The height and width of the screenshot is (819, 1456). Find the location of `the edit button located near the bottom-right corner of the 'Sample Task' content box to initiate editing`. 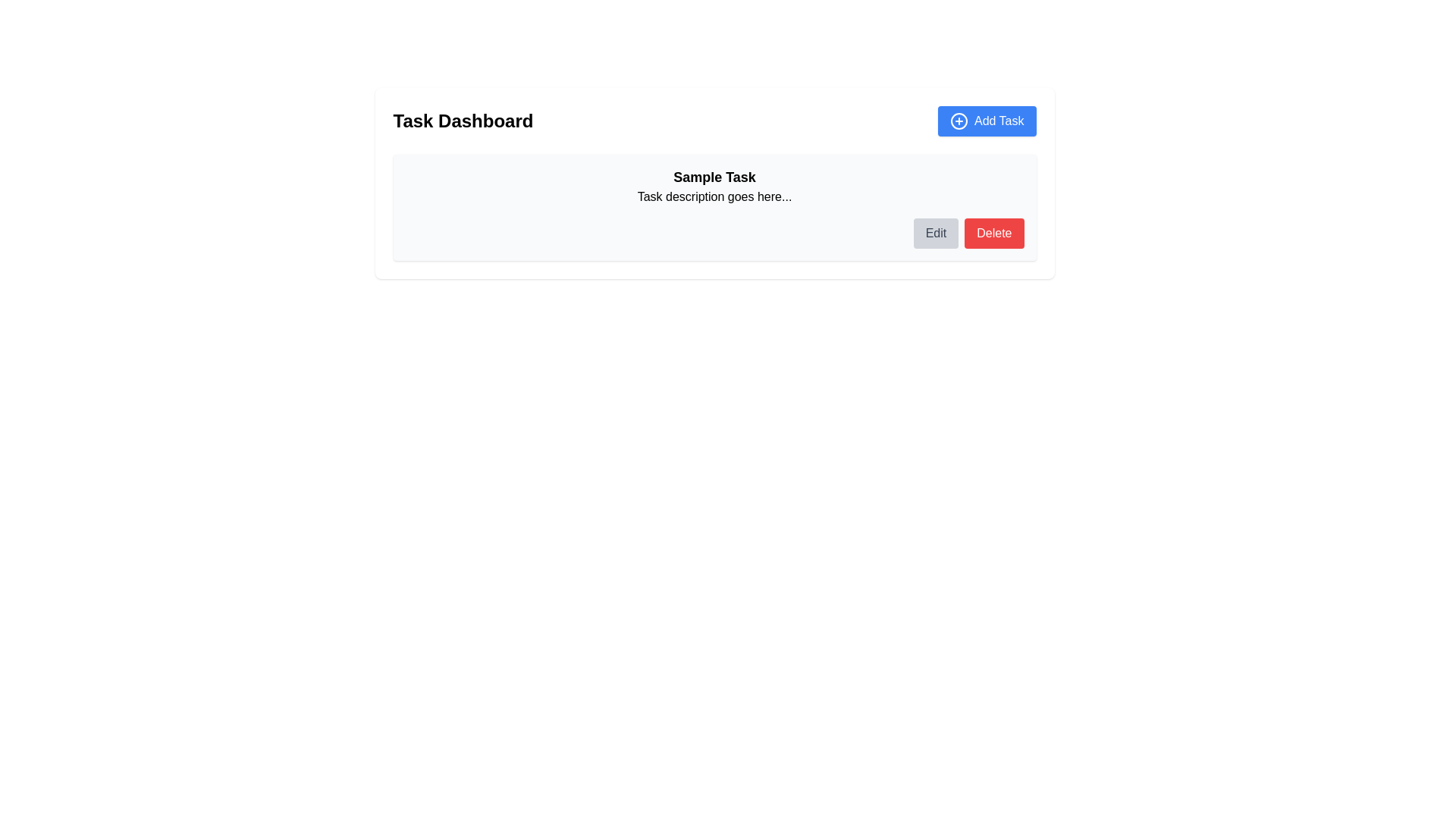

the edit button located near the bottom-right corner of the 'Sample Task' content box to initiate editing is located at coordinates (934, 234).